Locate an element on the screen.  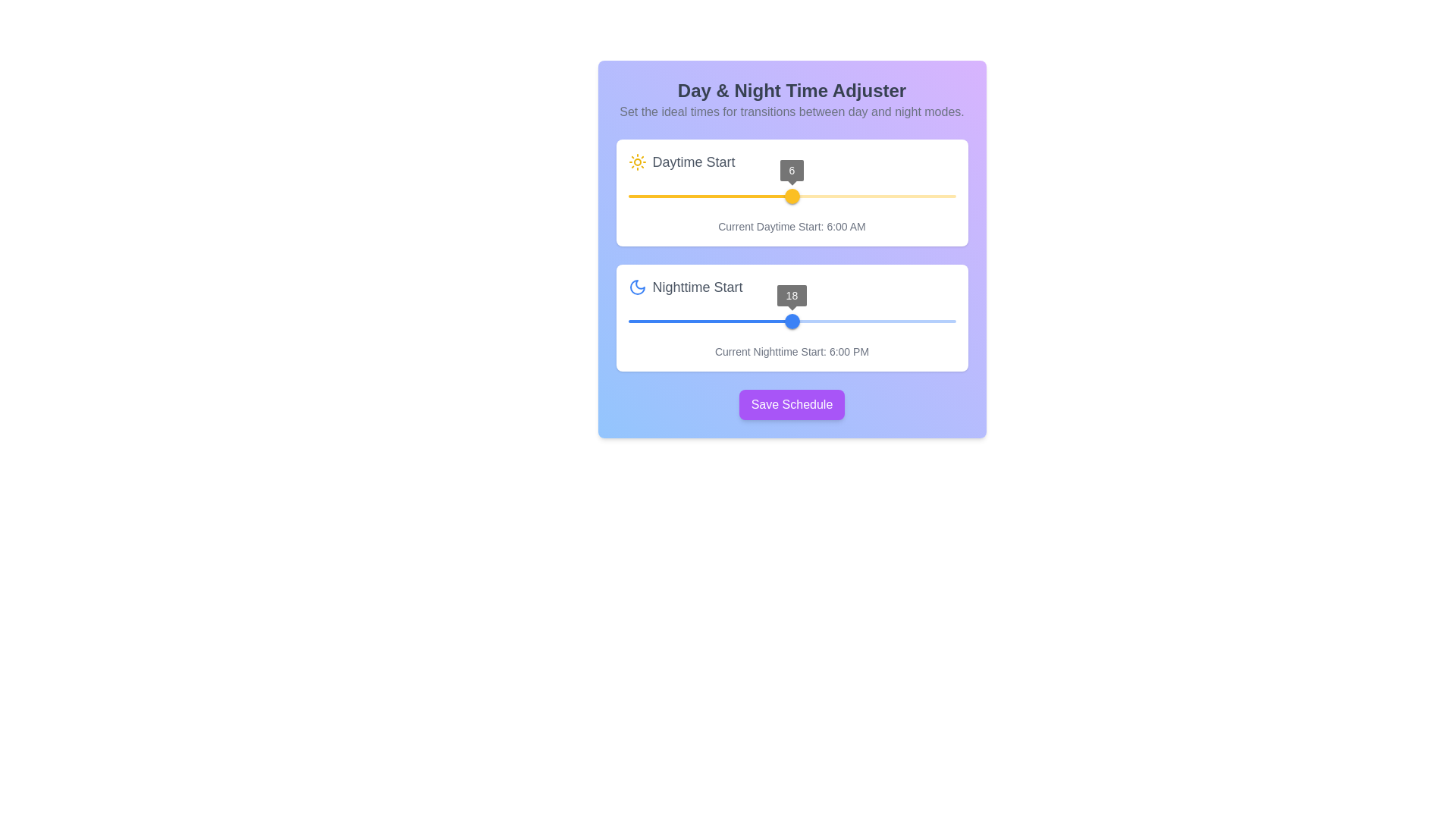
the daytime start is located at coordinates (628, 195).